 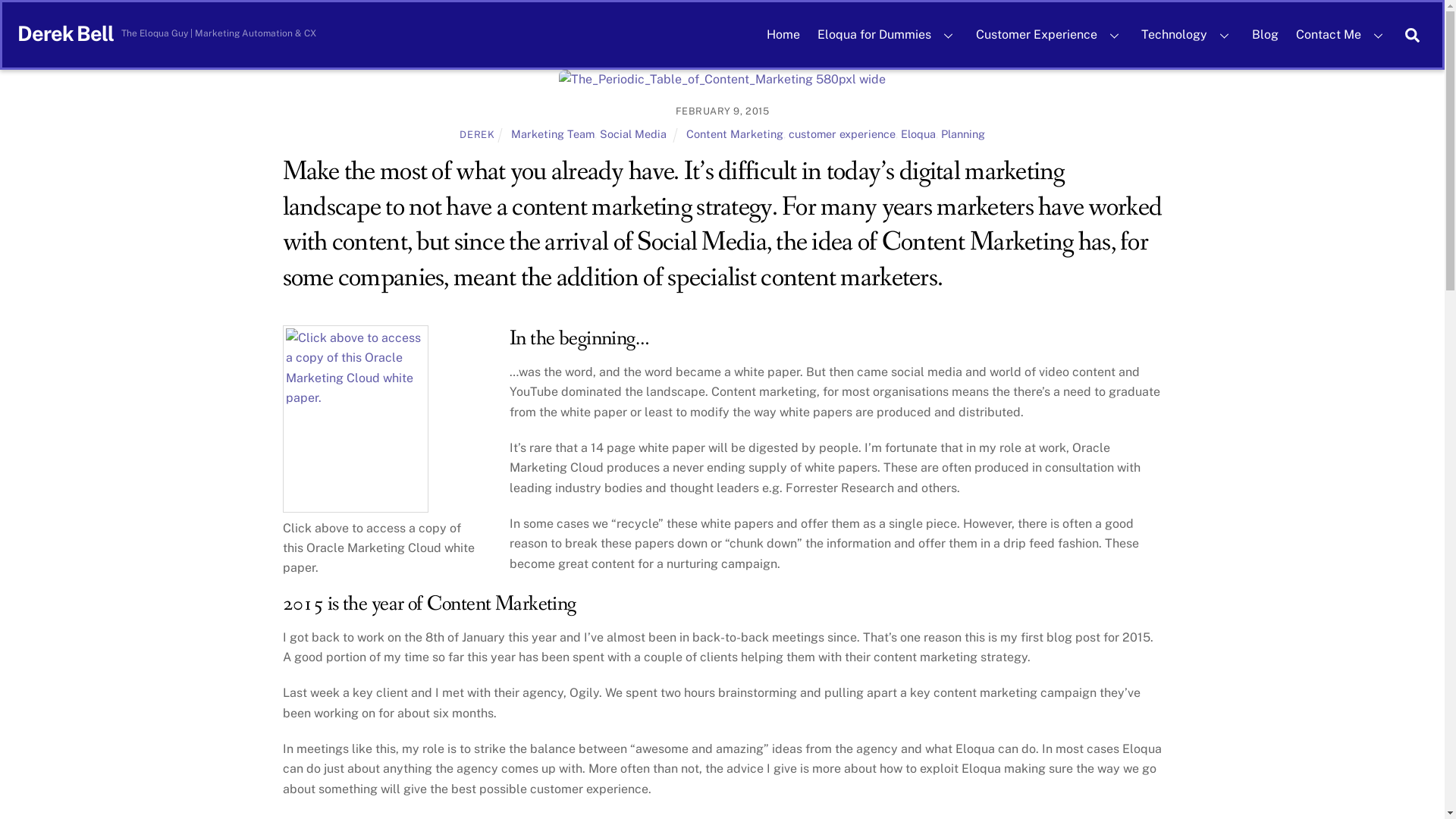 What do you see at coordinates (1341, 34) in the screenshot?
I see `'Contact Me'` at bounding box center [1341, 34].